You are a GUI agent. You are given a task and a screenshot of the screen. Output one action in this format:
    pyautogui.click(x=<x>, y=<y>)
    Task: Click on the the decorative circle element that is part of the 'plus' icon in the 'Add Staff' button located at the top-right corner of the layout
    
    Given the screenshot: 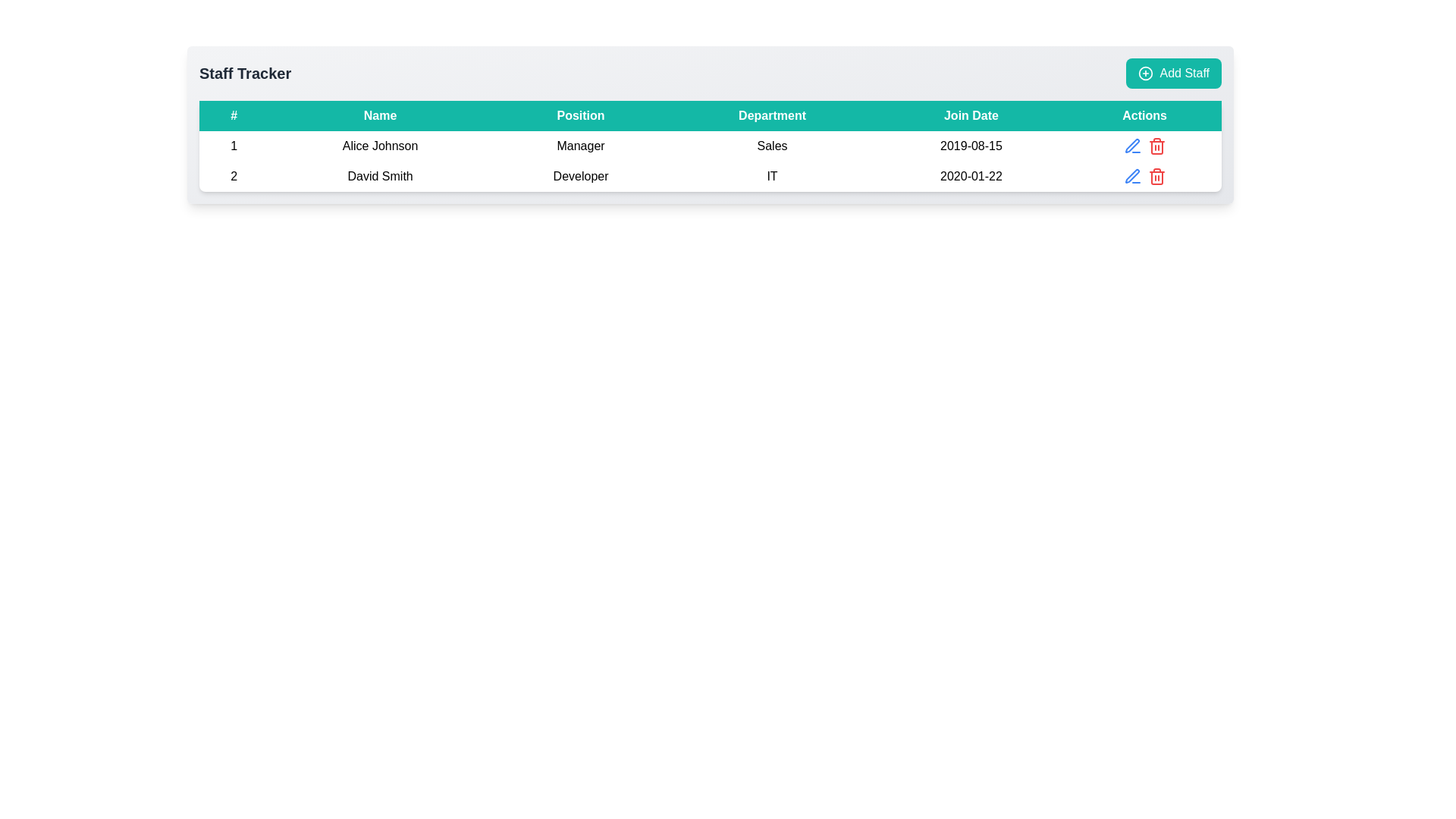 What is the action you would take?
    pyautogui.click(x=1146, y=73)
    